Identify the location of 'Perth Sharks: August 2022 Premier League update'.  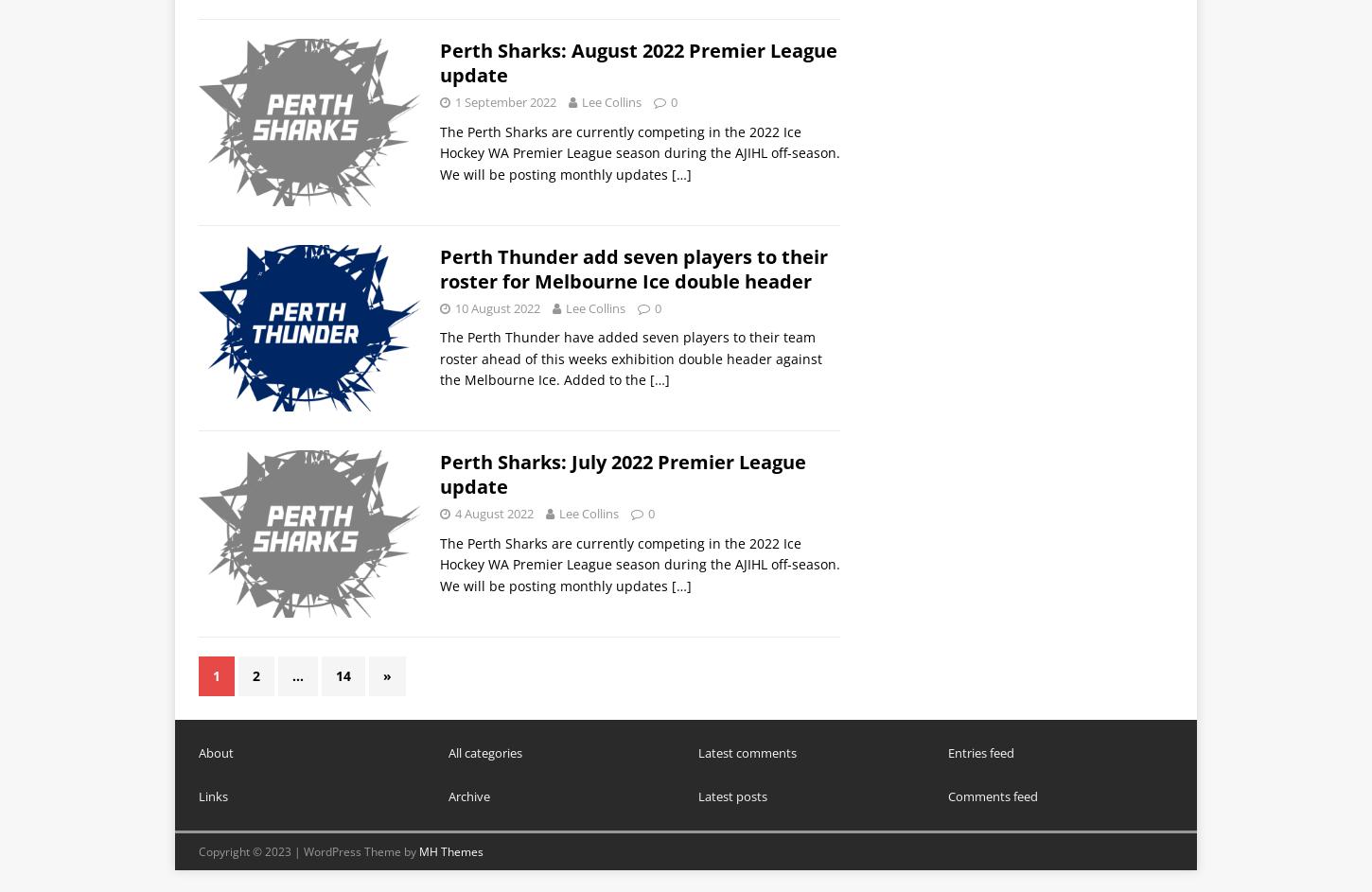
(439, 61).